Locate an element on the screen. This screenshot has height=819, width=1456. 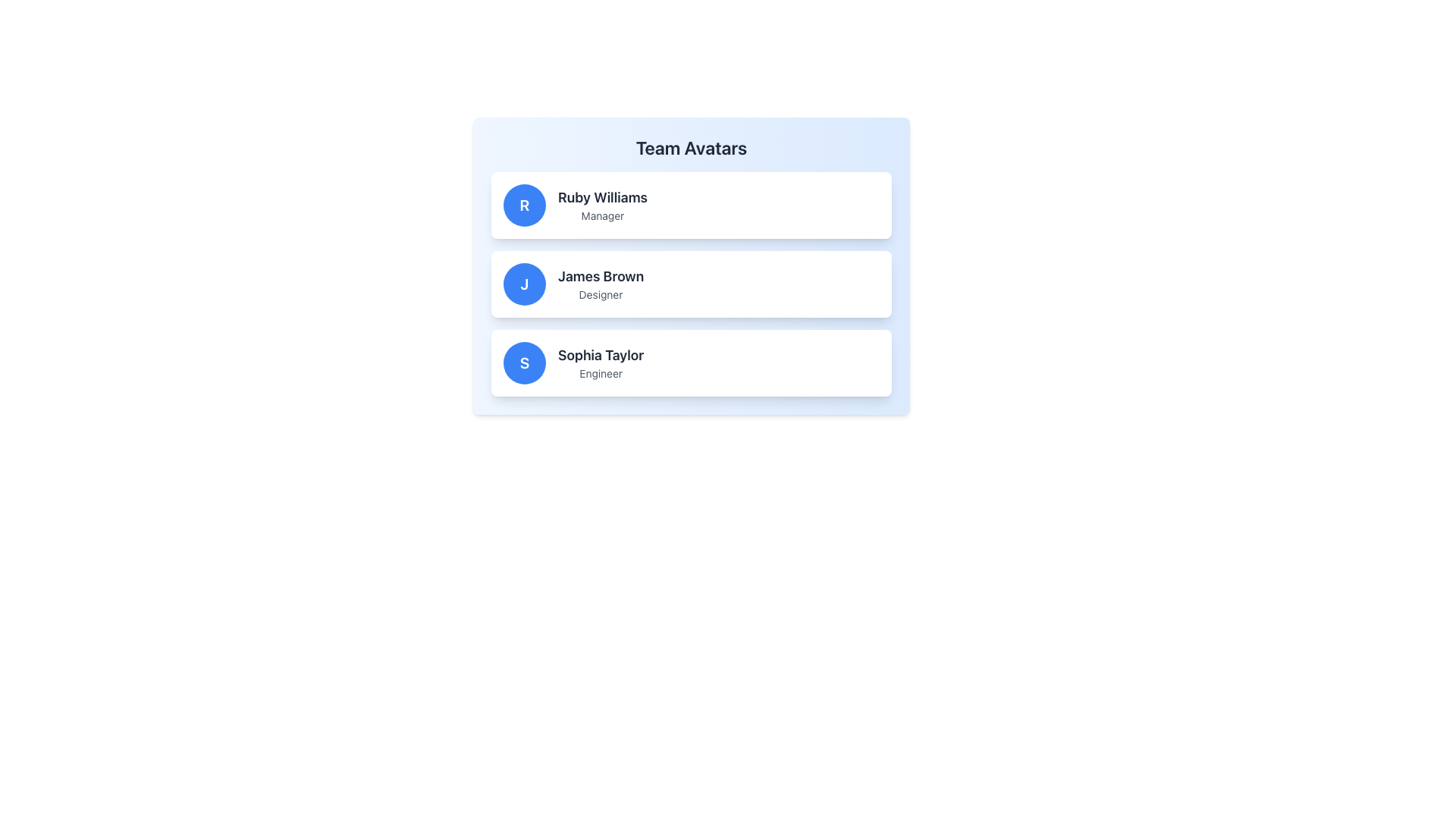
the Static text block that presents the name and role of a team member, located on the first row of the 'Team Avatars' section, to the right of the circular blue avatar with the initial 'R.' is located at coordinates (602, 205).